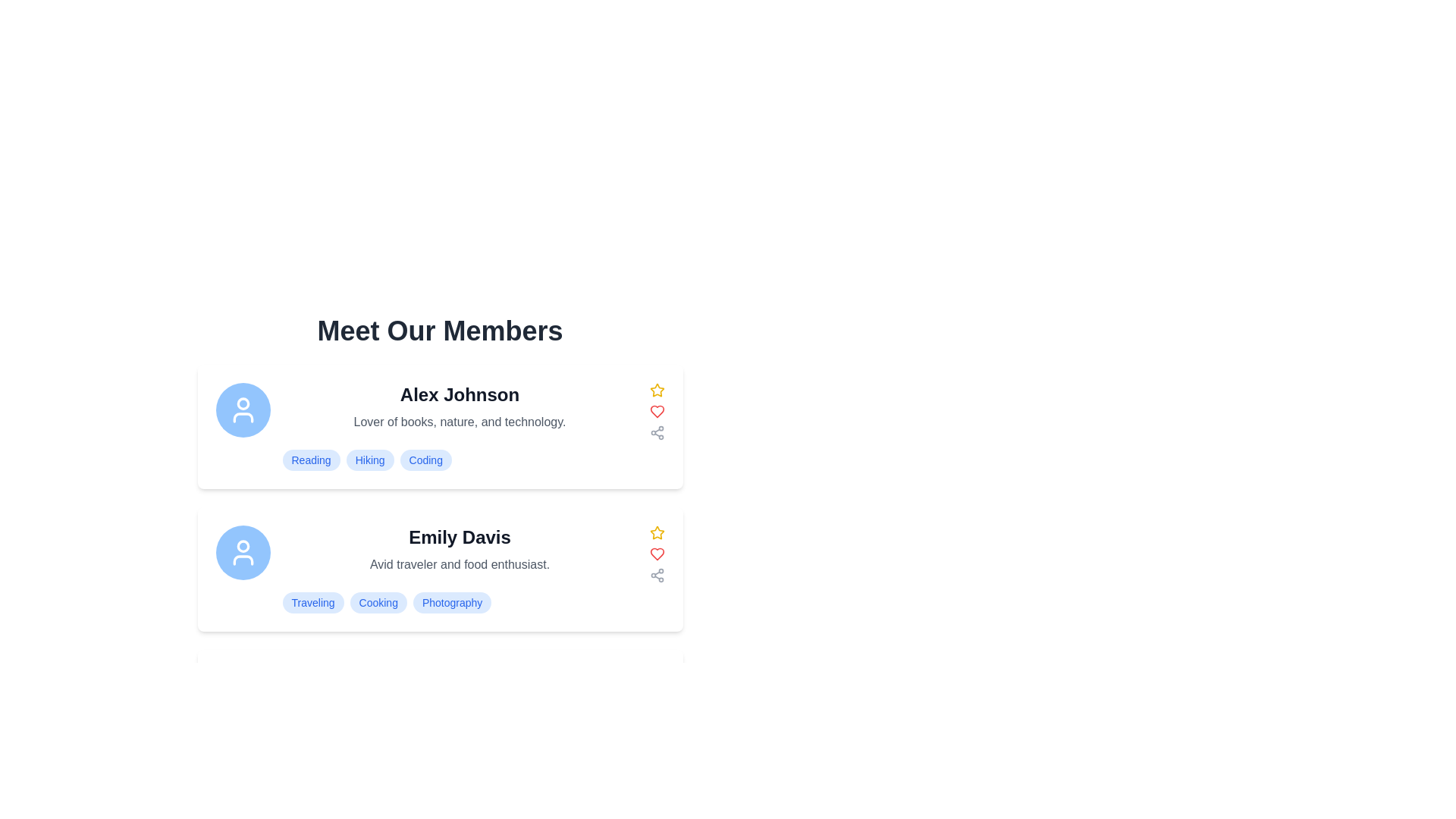 The image size is (1456, 819). Describe the element at coordinates (657, 576) in the screenshot. I see `the share icon for the profile of Emily Davis` at that location.